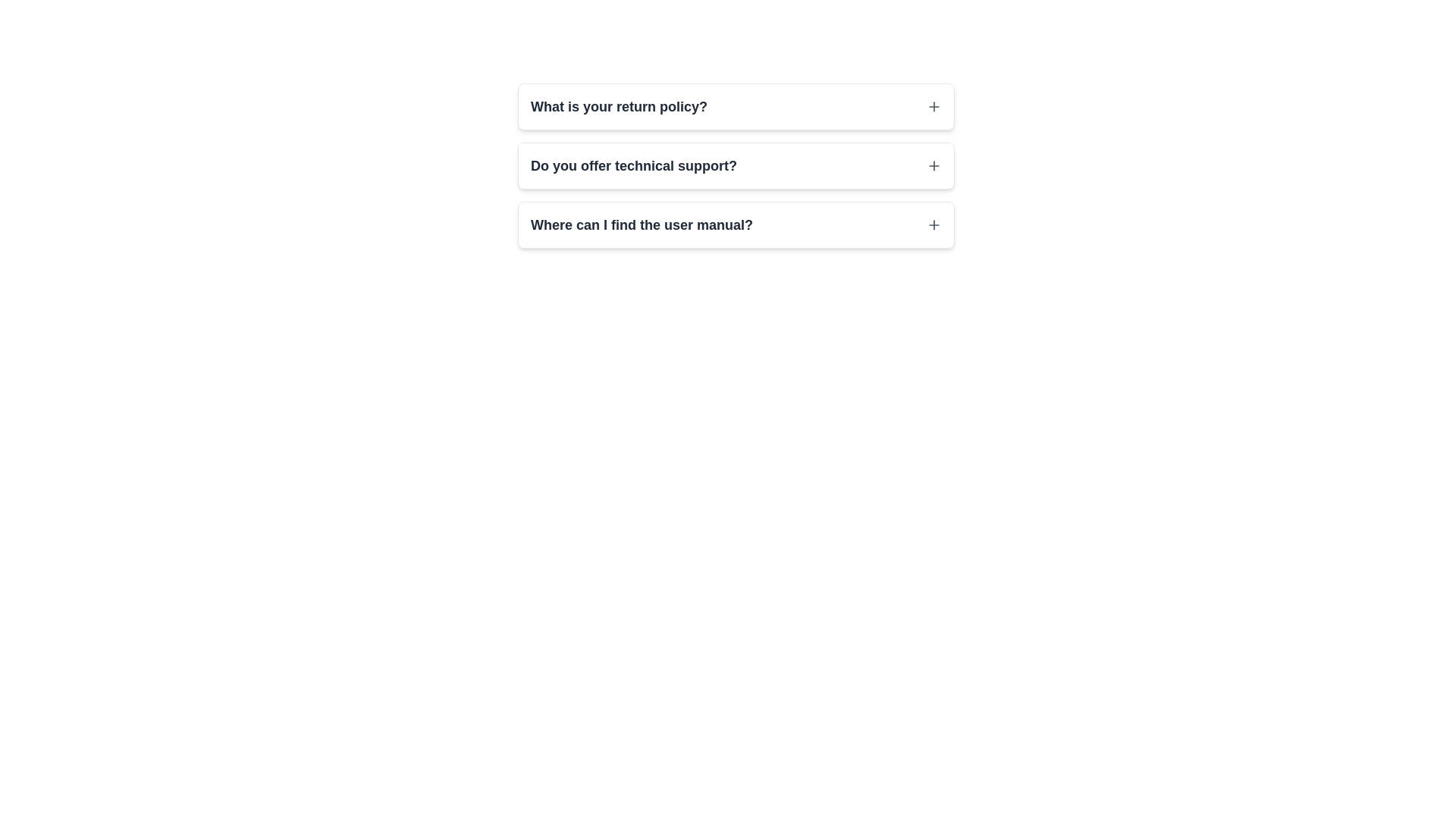  What do you see at coordinates (934, 225) in the screenshot?
I see `the gray plus icon button located to the far right of the list item labeled 'Where can I find the user manual?'` at bounding box center [934, 225].